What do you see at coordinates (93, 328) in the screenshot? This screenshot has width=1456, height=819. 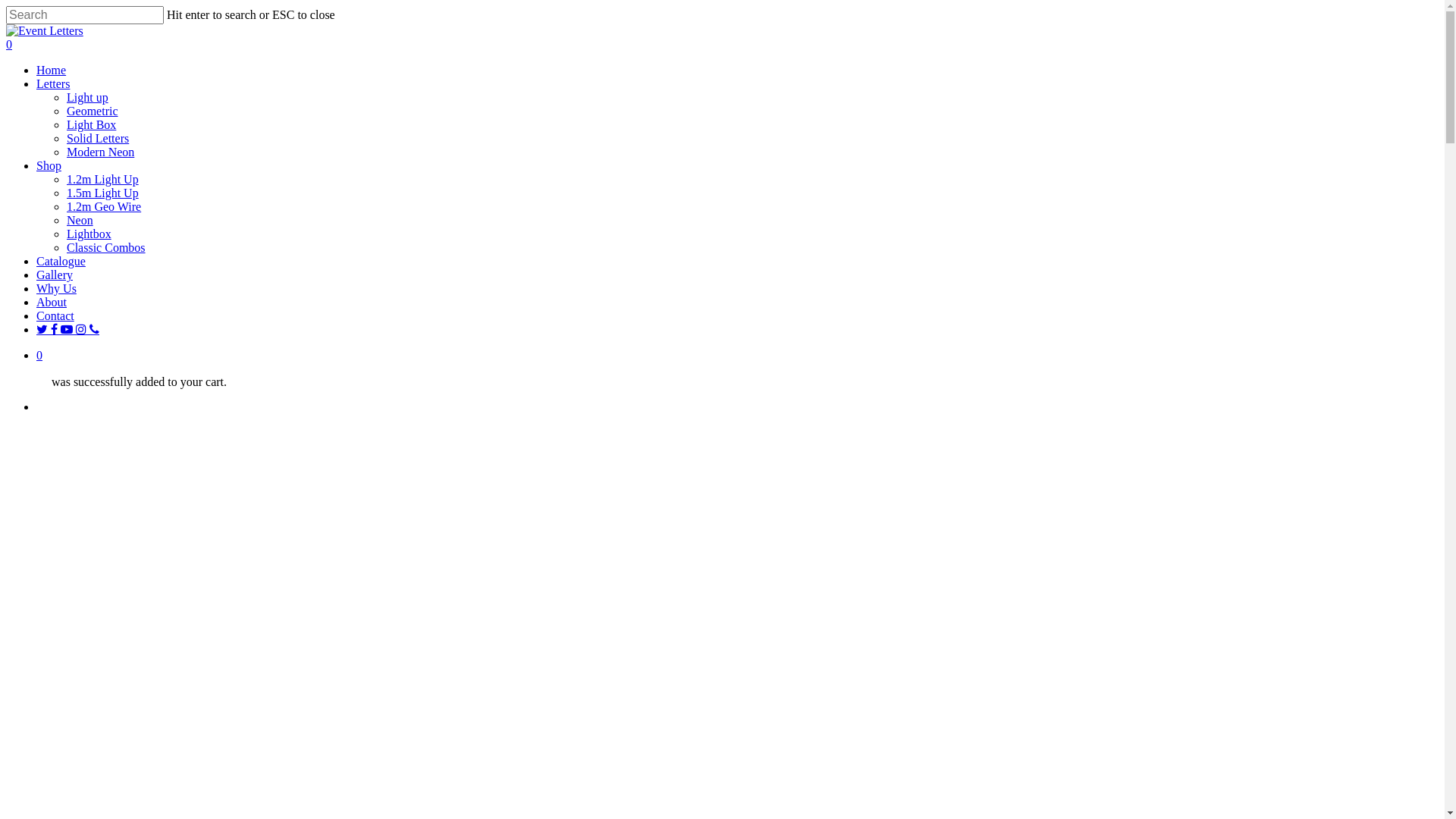 I see `'phone'` at bounding box center [93, 328].